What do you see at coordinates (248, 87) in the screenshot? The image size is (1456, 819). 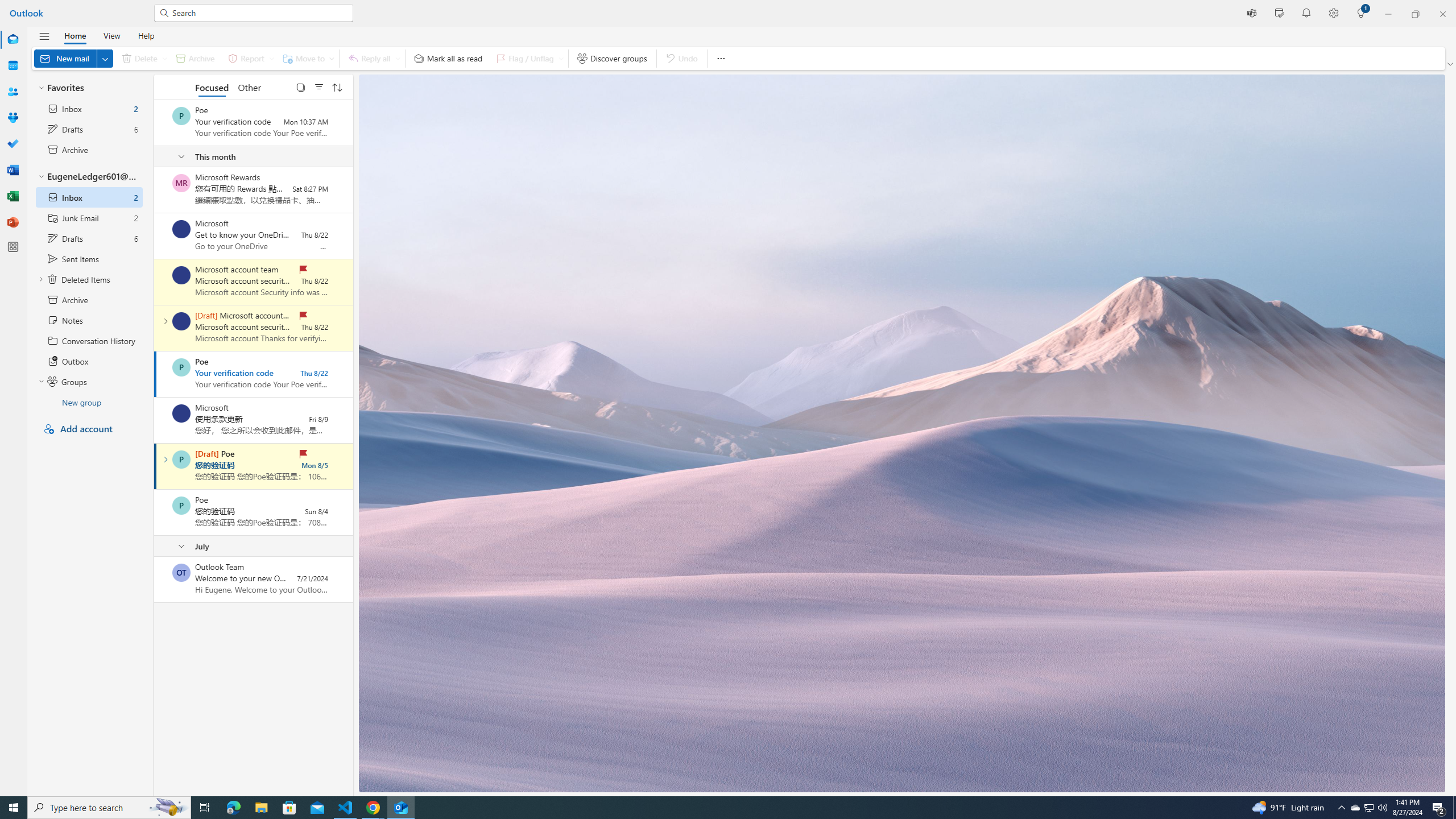 I see `'Other'` at bounding box center [248, 87].